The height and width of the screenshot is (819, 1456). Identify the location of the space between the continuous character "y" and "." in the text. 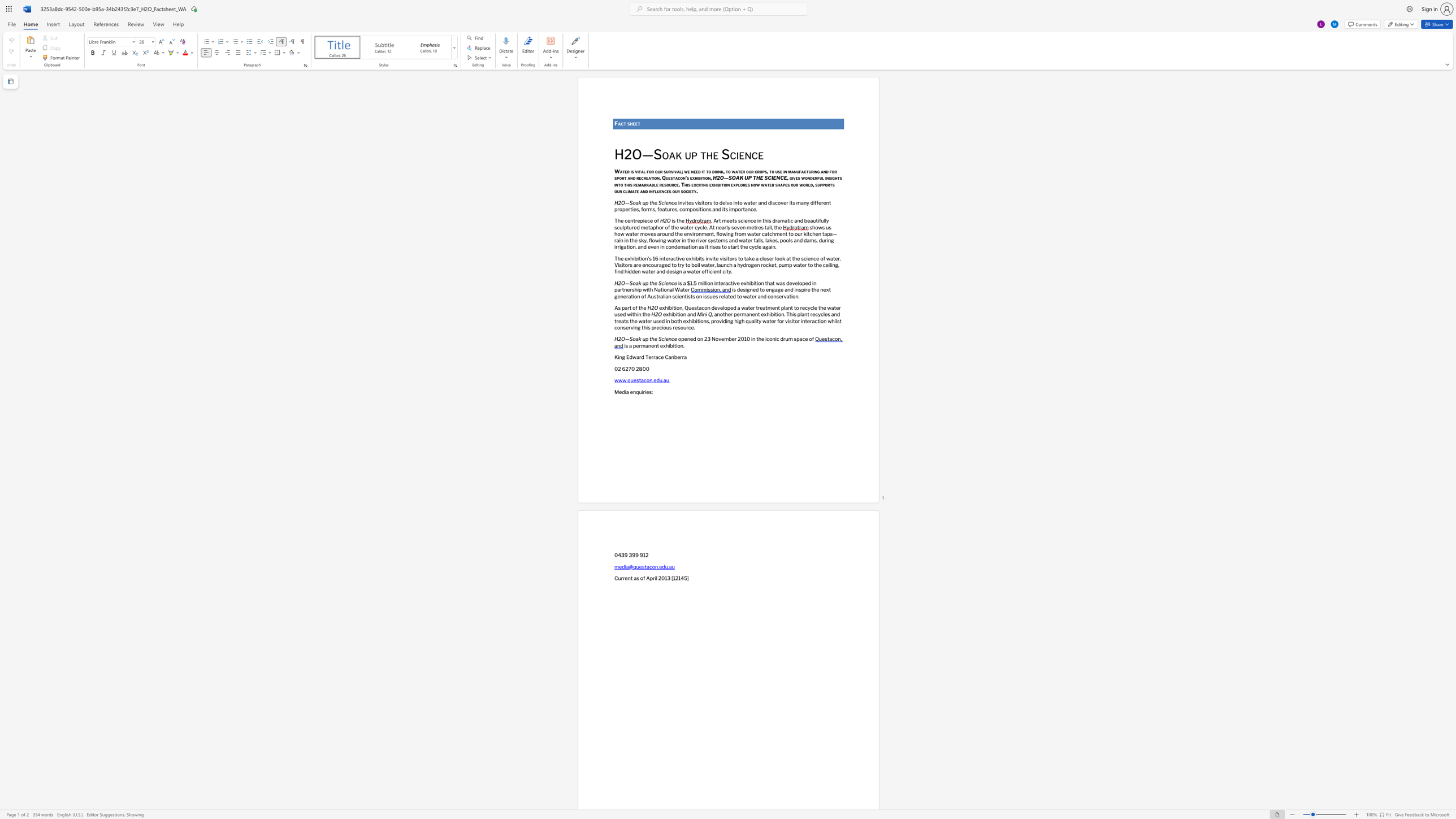
(696, 190).